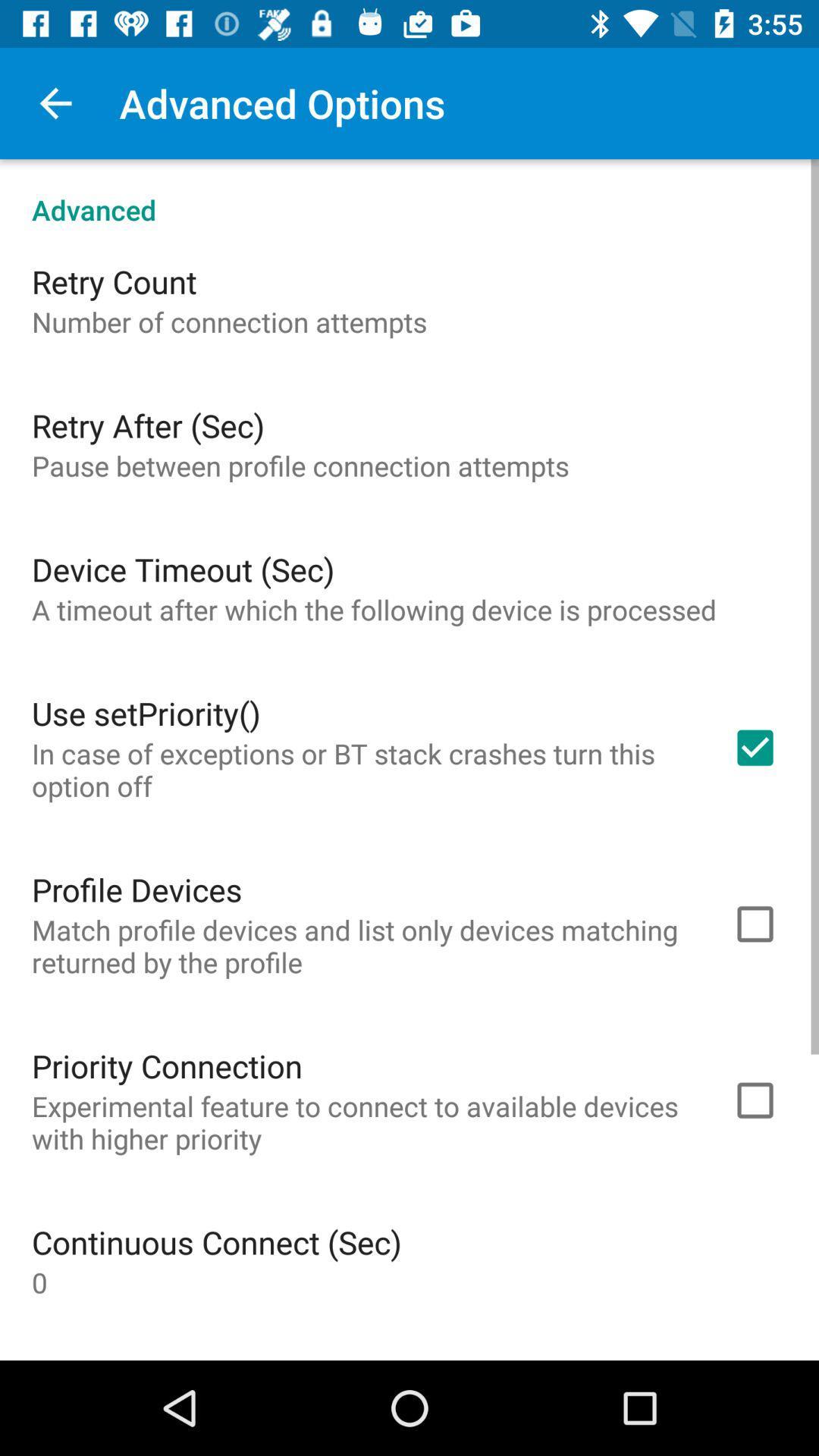 The height and width of the screenshot is (1456, 819). Describe the element at coordinates (362, 770) in the screenshot. I see `the item above profile devices icon` at that location.